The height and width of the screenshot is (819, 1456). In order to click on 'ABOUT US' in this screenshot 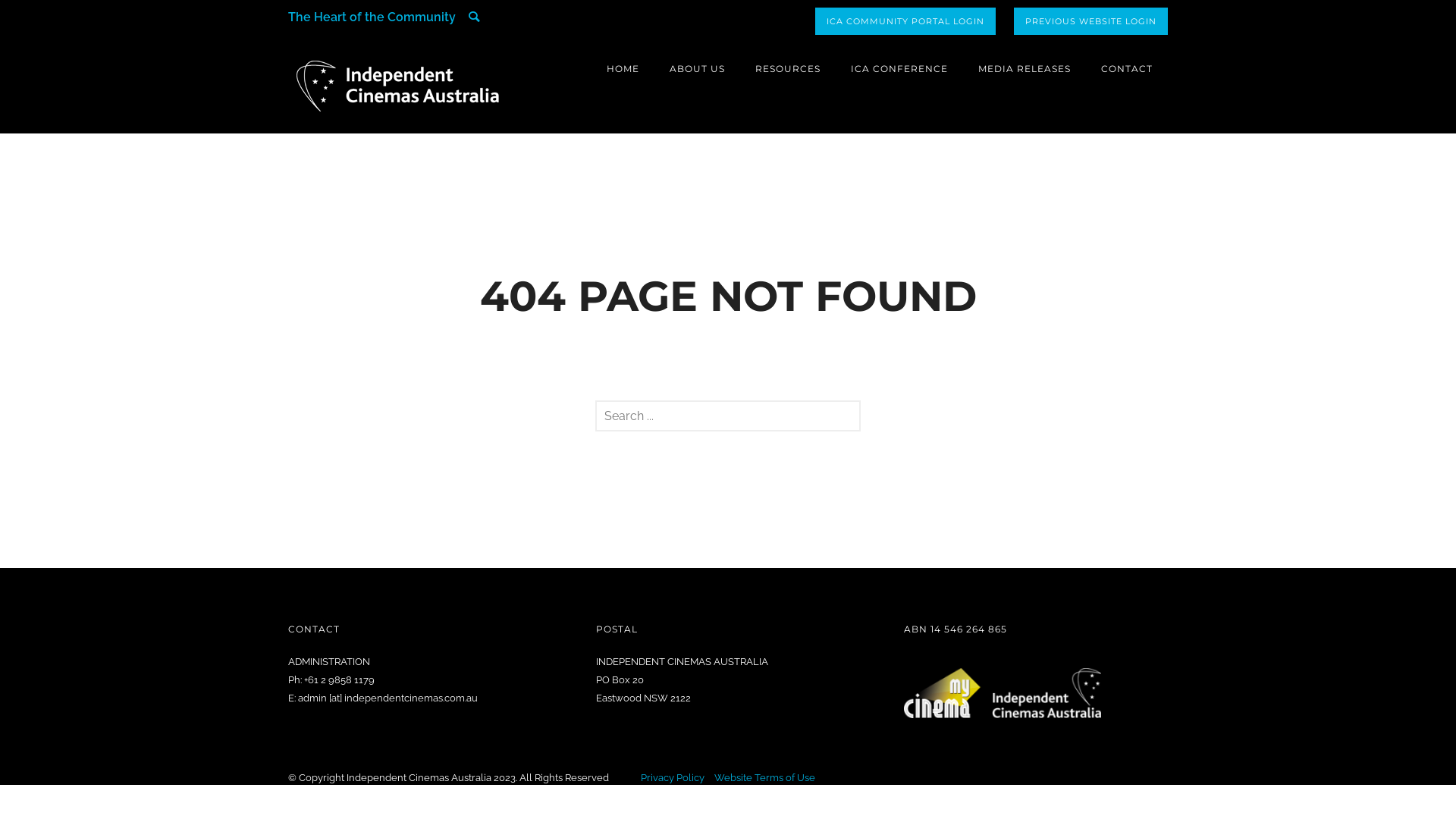, I will do `click(696, 68)`.